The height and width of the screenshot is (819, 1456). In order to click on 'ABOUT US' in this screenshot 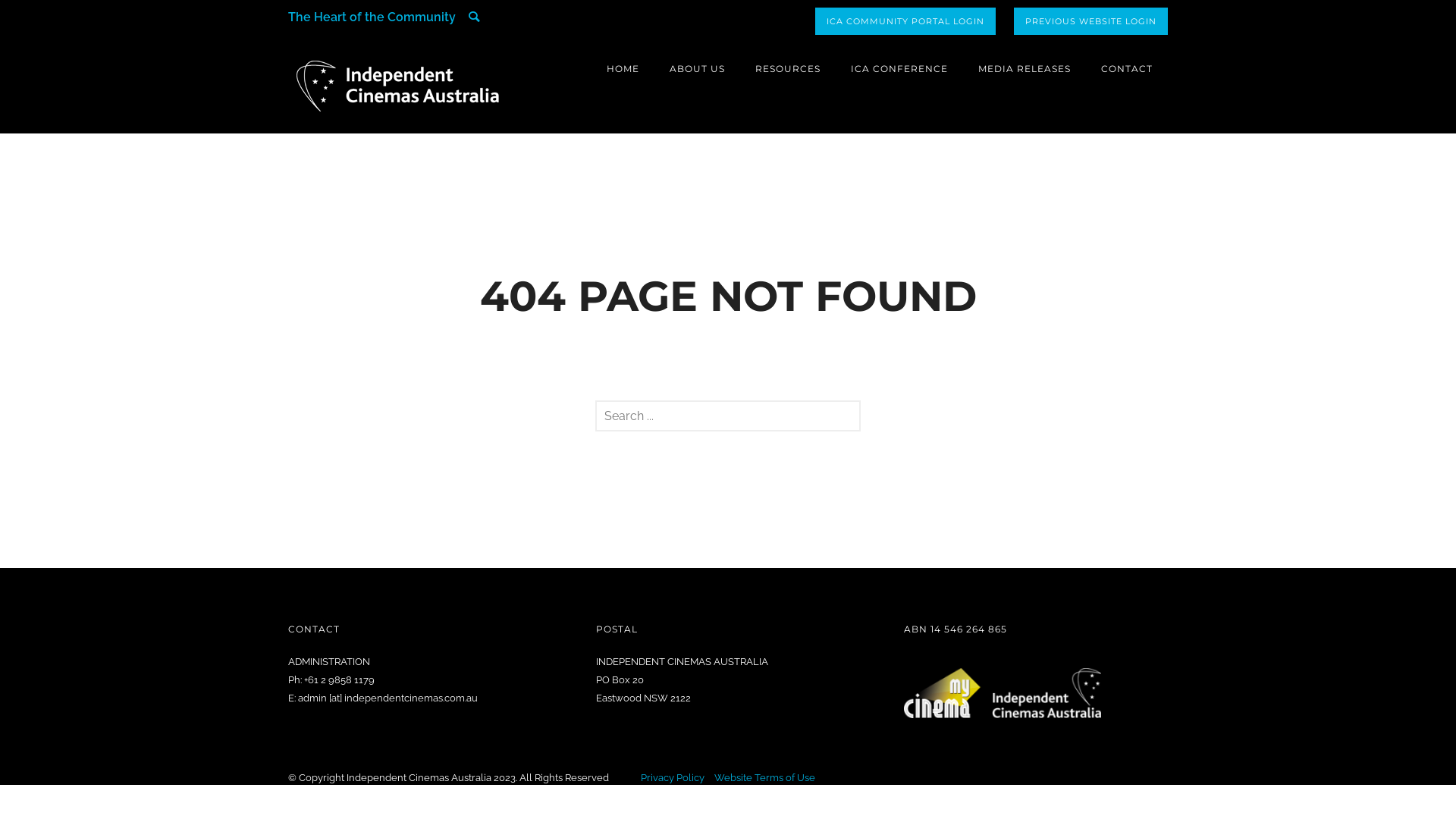, I will do `click(696, 68)`.